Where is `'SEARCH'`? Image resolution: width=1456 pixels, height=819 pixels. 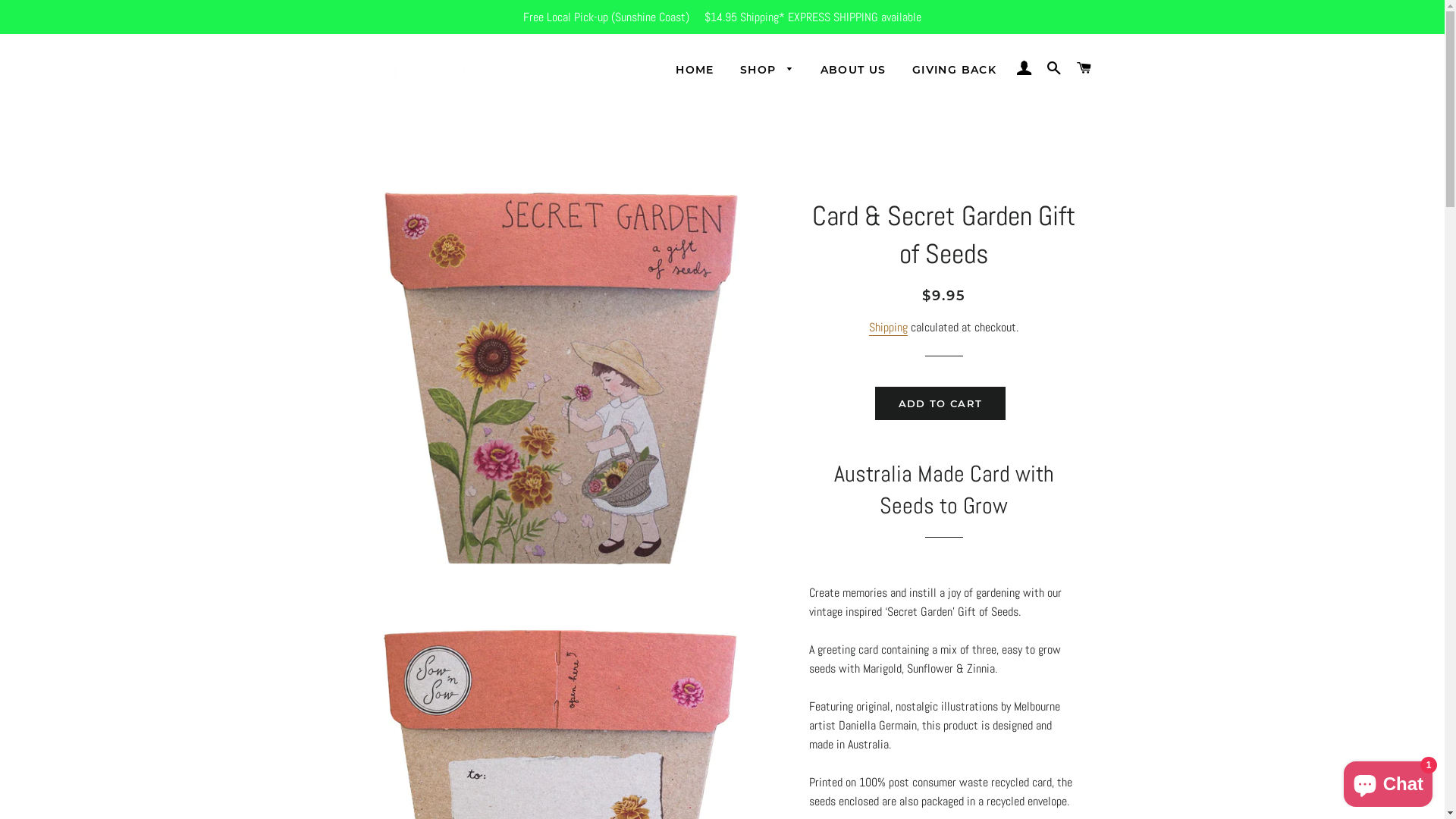 'SEARCH' is located at coordinates (1053, 67).